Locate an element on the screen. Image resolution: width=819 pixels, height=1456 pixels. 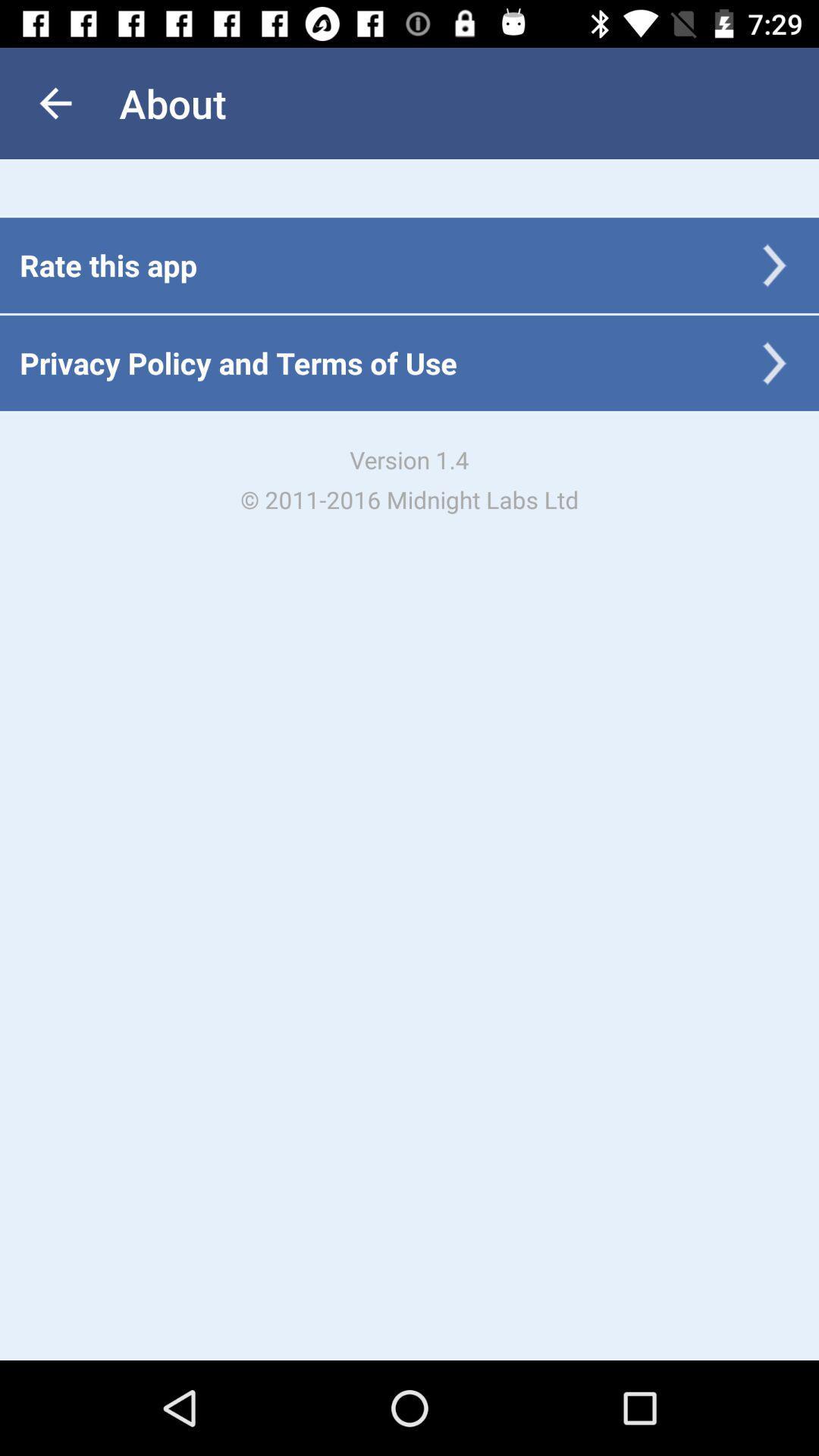
the icon below the rate this app item is located at coordinates (238, 362).